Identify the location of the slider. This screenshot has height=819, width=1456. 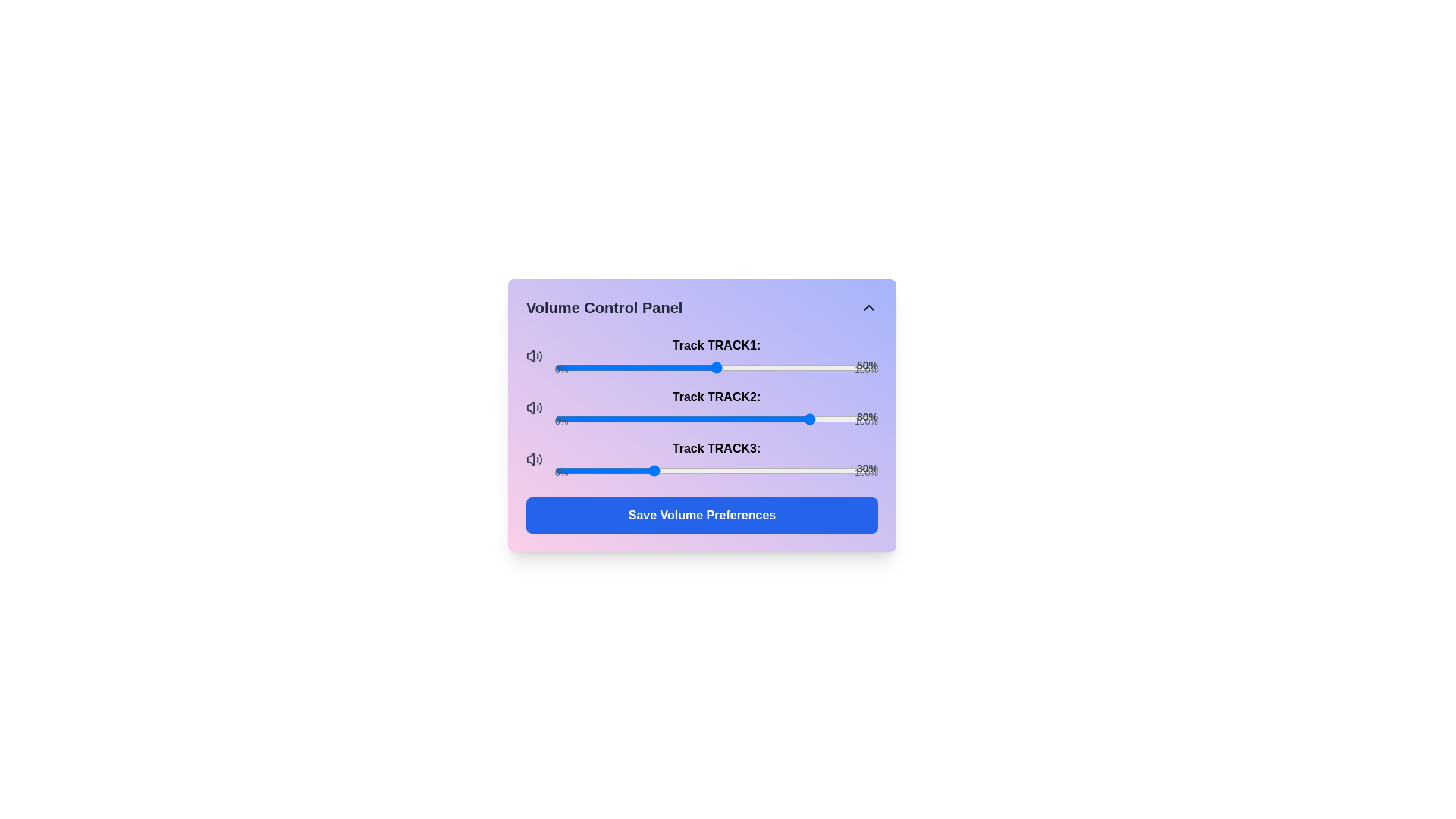
(771, 368).